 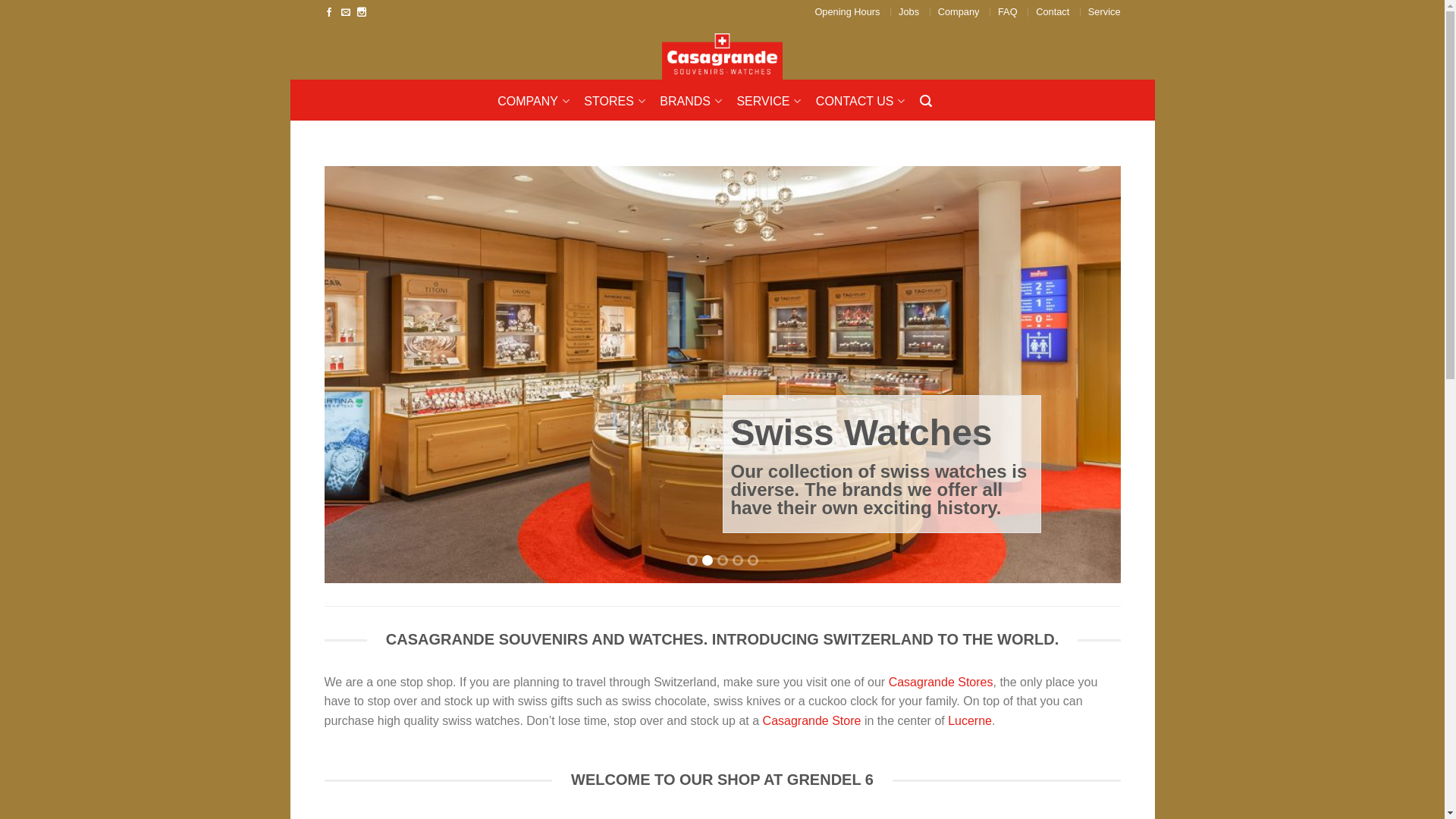 I want to click on 'Lucerne', so click(x=968, y=720).